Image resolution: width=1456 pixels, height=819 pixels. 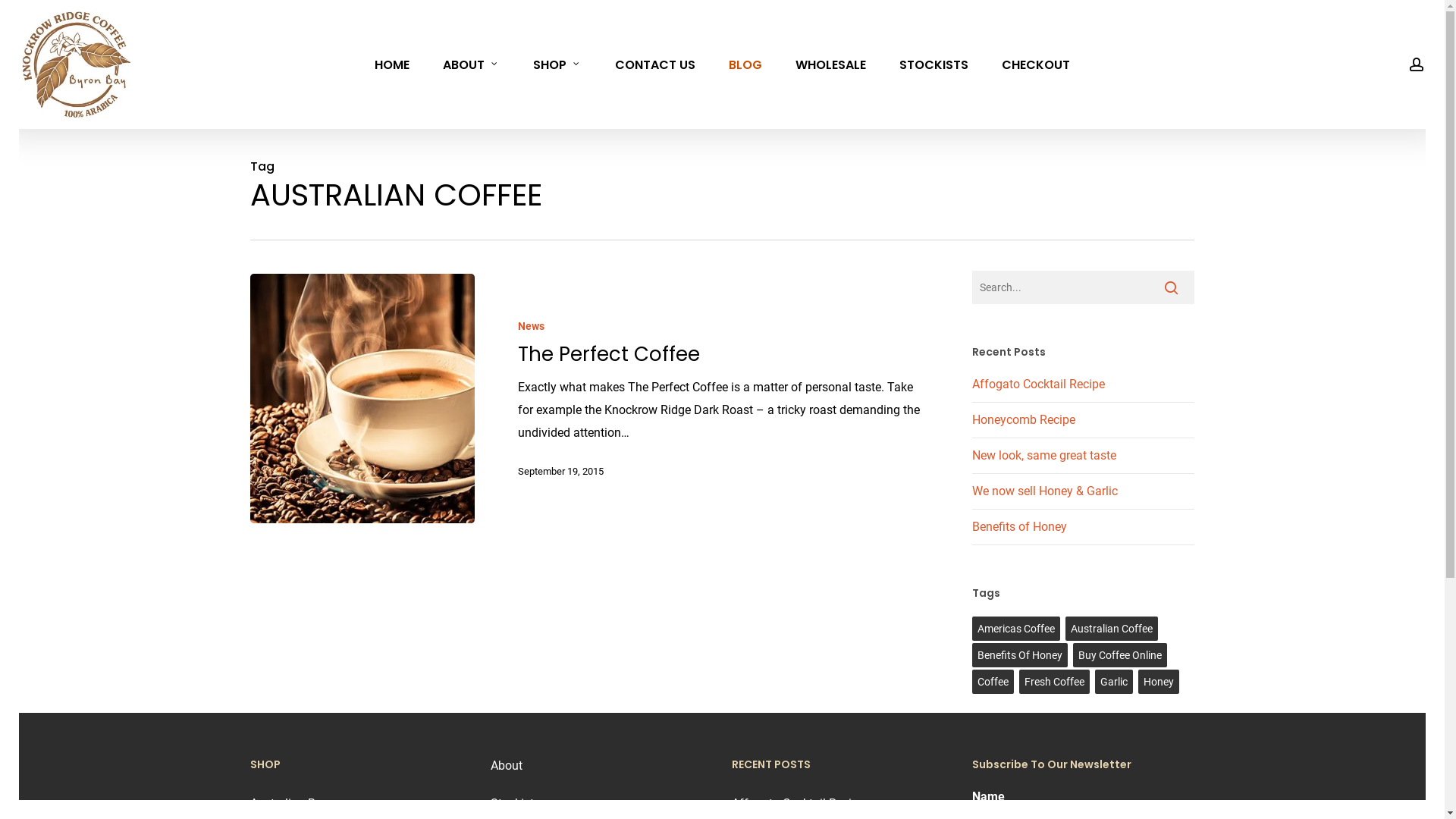 I want to click on 'HOME', so click(x=392, y=63).